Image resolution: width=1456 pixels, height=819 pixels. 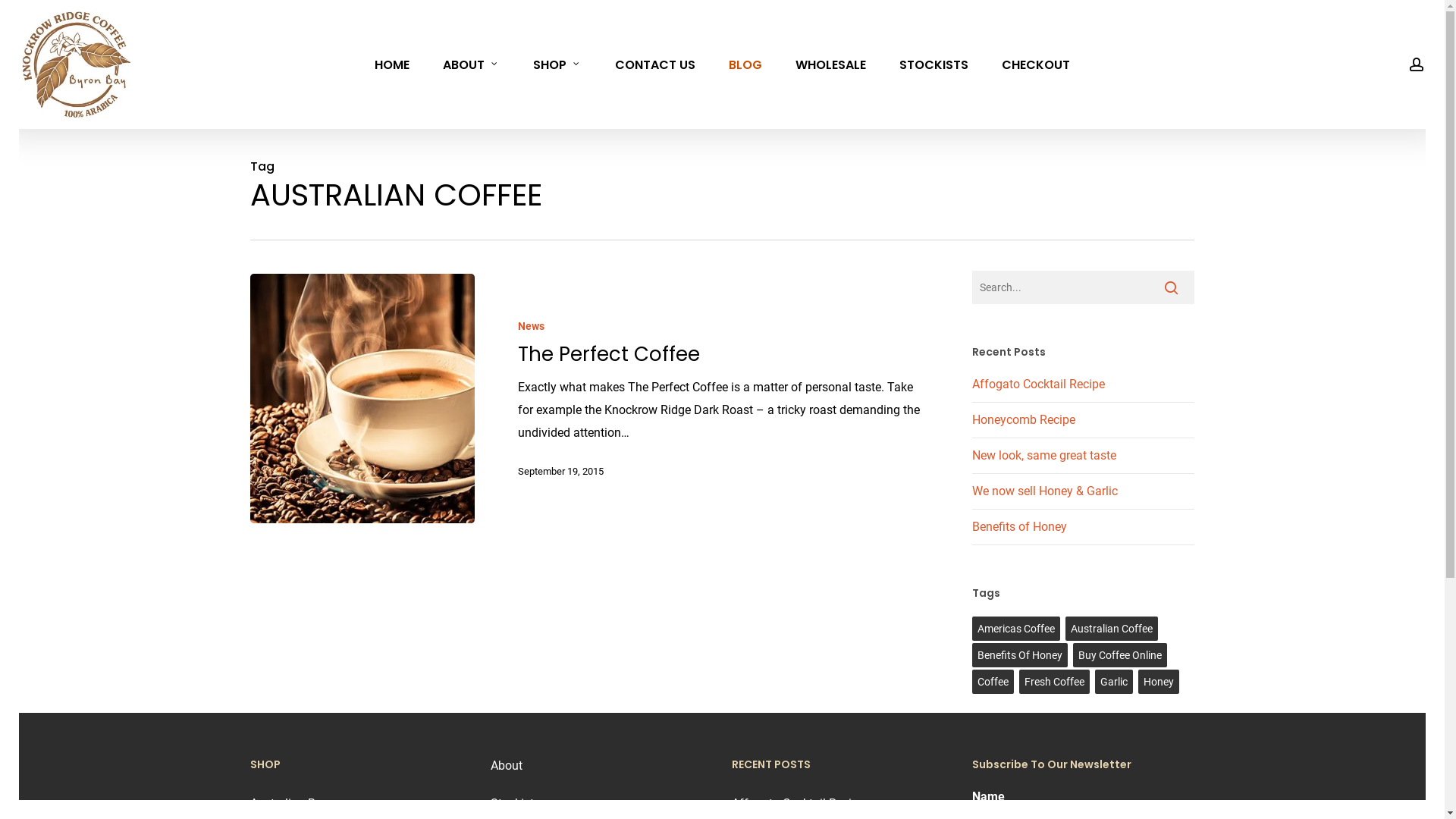 I want to click on 'HOME', so click(x=392, y=63).